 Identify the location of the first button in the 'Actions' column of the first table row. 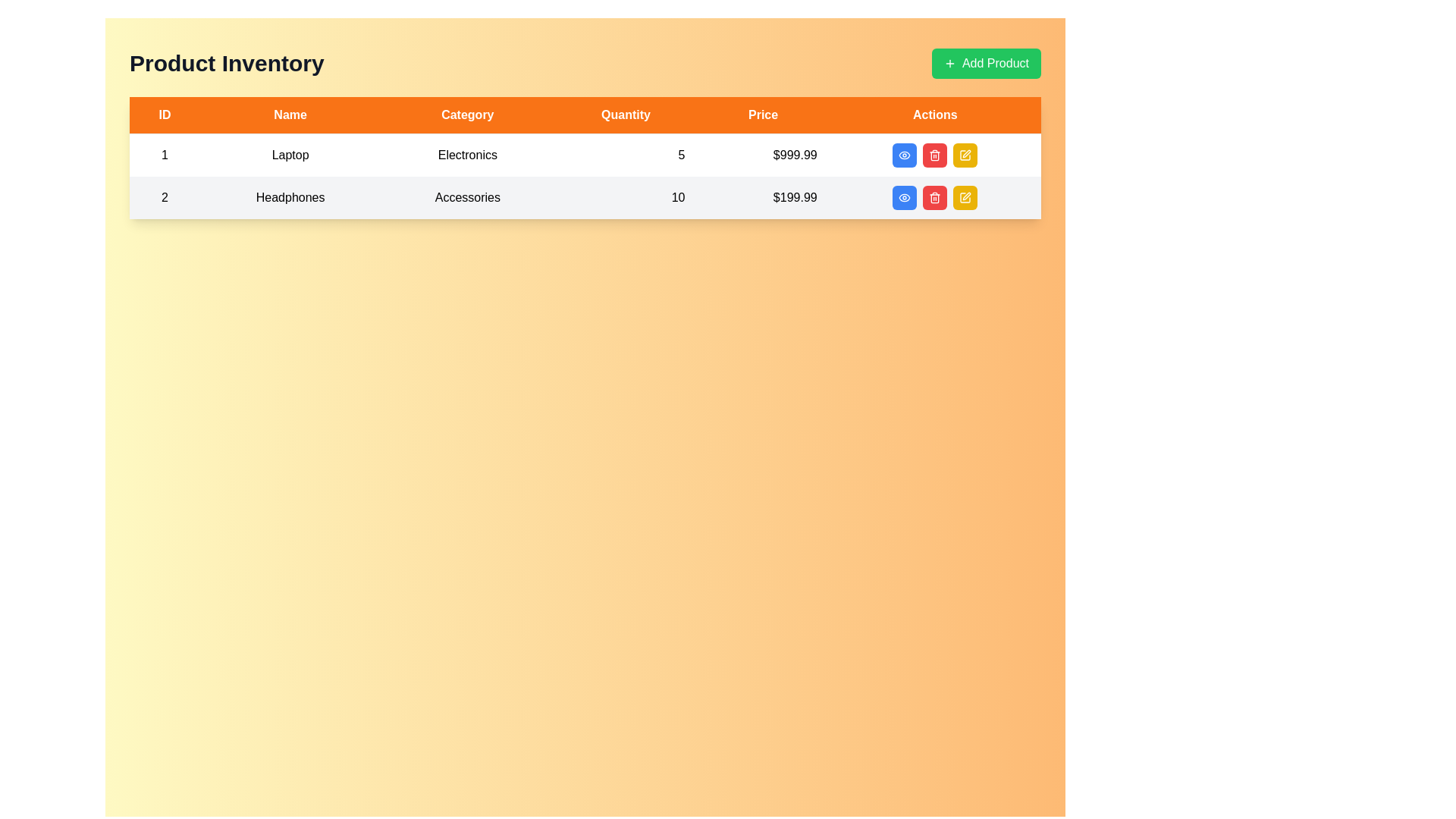
(905, 155).